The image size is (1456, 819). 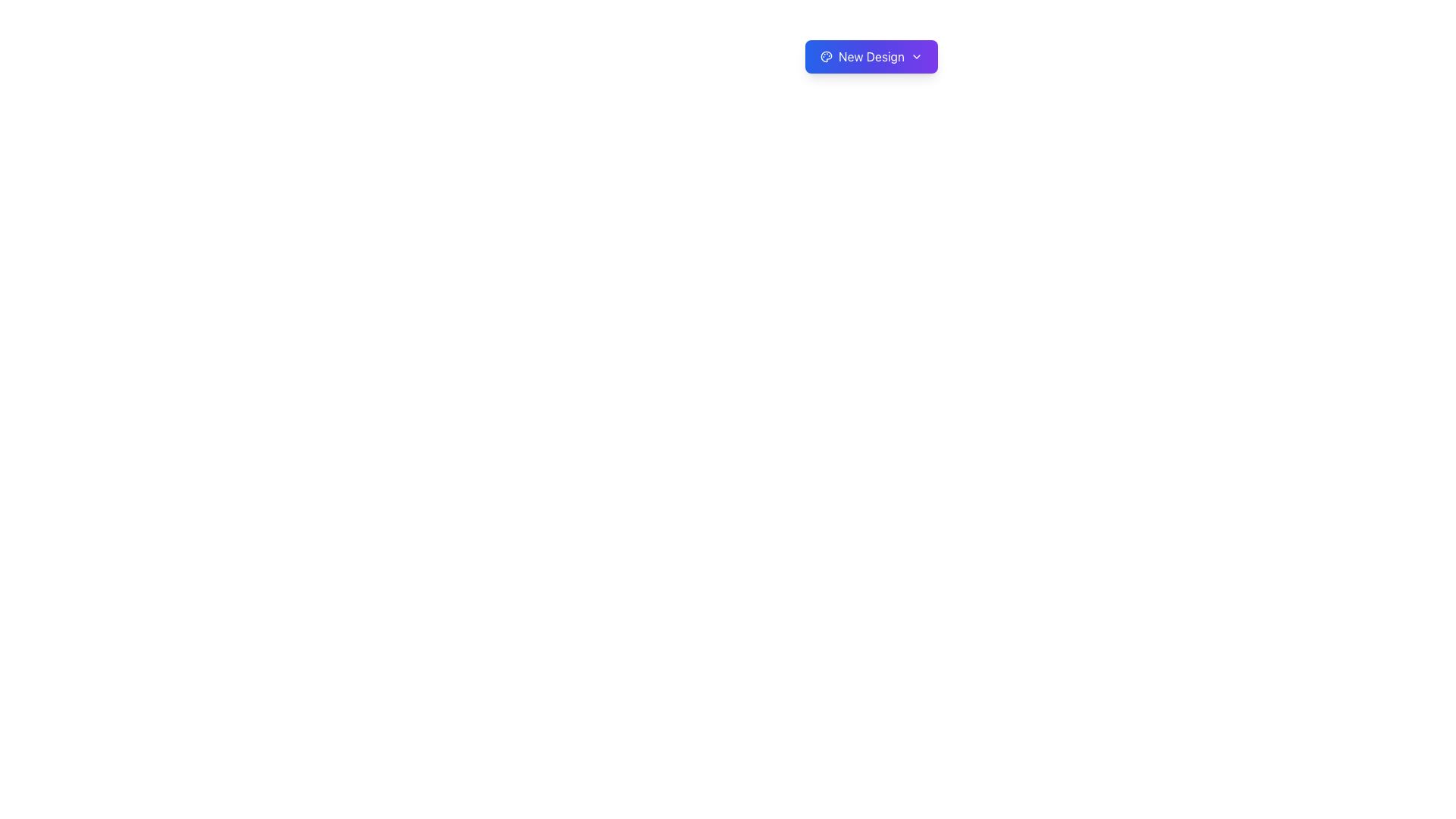 What do you see at coordinates (871, 55) in the screenshot?
I see `the 'New Design' button which features a white text label on a gradient blue to violet background, positioned at the top right of the interface` at bounding box center [871, 55].